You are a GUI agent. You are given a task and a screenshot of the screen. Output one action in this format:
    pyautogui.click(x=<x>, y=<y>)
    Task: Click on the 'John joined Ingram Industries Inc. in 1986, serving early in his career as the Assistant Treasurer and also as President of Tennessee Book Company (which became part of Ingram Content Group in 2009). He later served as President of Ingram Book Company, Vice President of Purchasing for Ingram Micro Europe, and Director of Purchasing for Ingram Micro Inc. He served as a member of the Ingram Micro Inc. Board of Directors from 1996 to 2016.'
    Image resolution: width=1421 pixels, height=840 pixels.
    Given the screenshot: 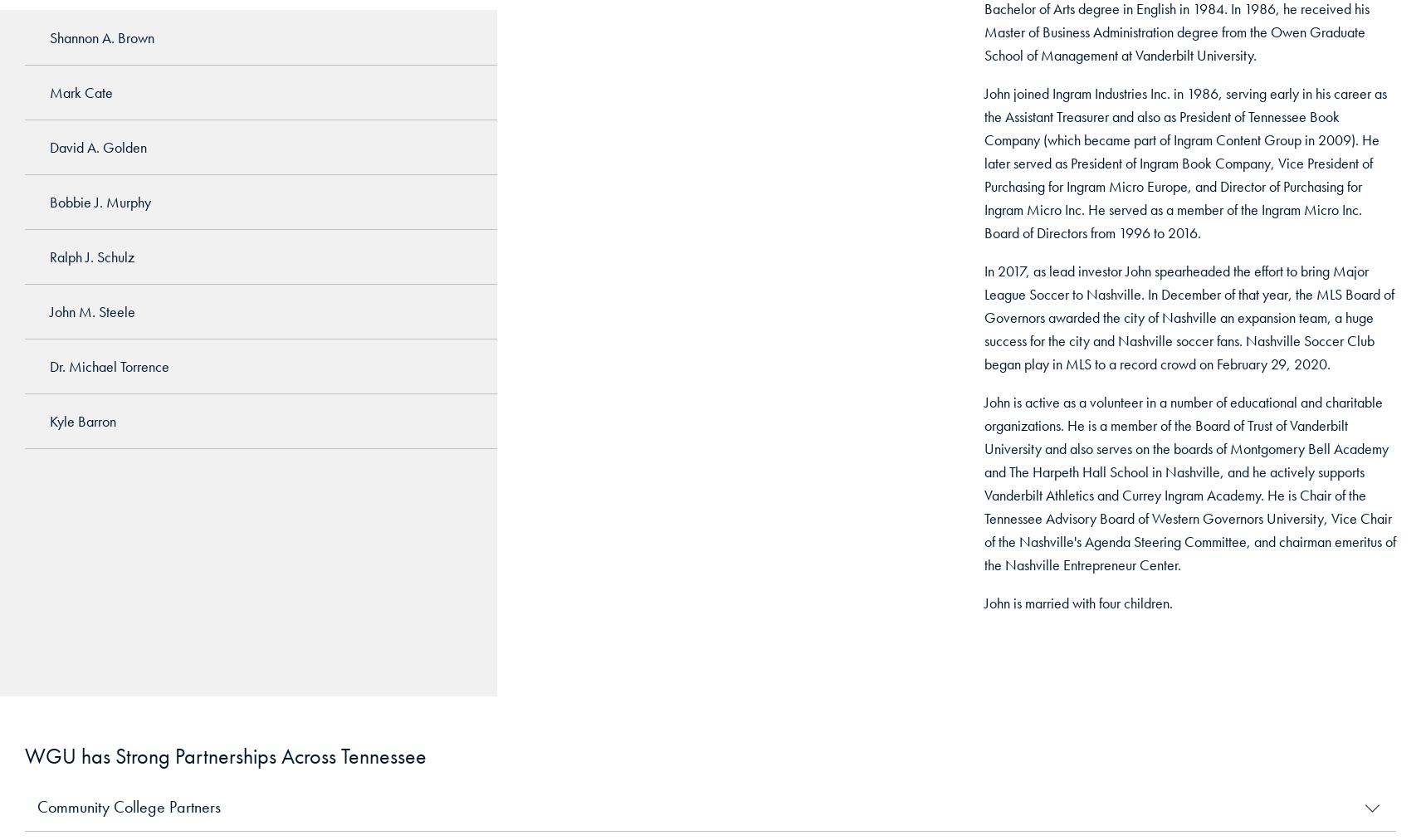 What is the action you would take?
    pyautogui.click(x=1184, y=163)
    